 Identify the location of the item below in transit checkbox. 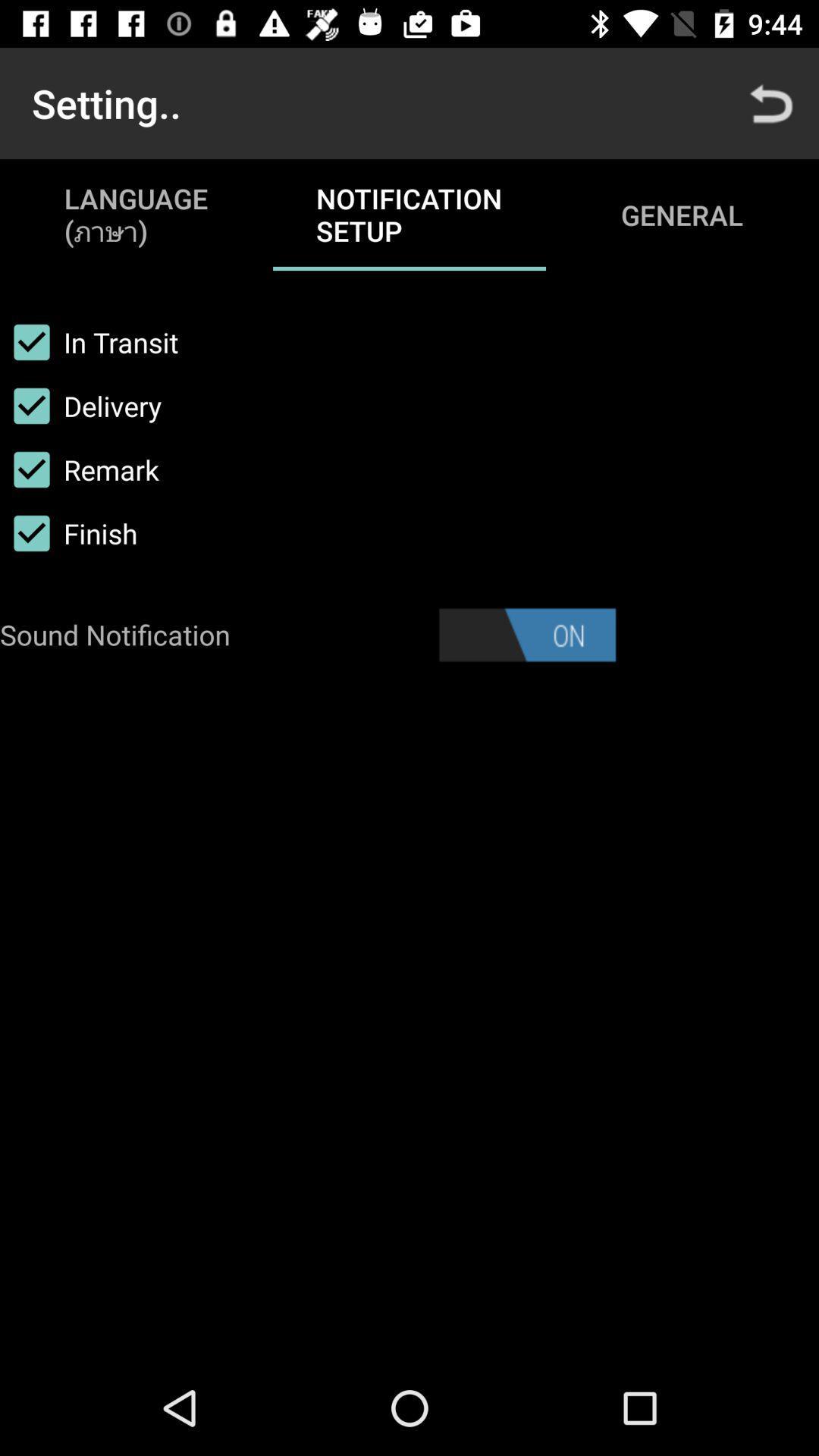
(80, 406).